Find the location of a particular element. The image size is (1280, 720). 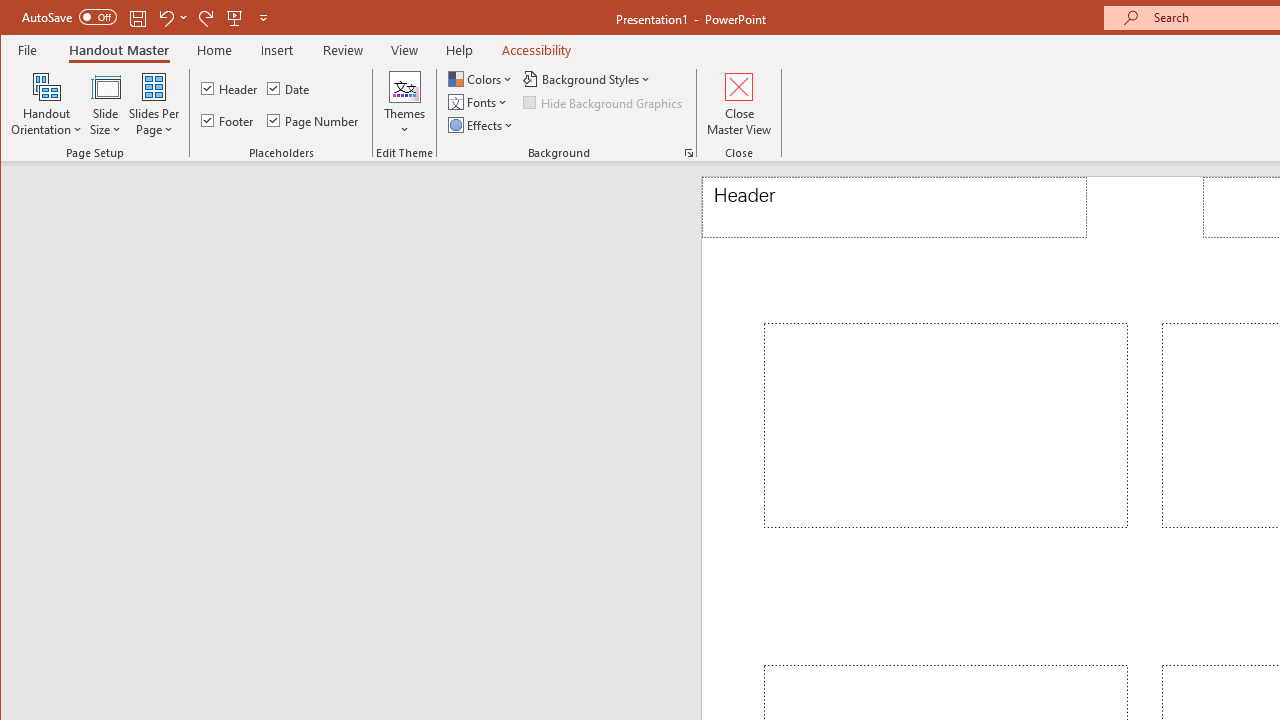

'Effects' is located at coordinates (482, 125).